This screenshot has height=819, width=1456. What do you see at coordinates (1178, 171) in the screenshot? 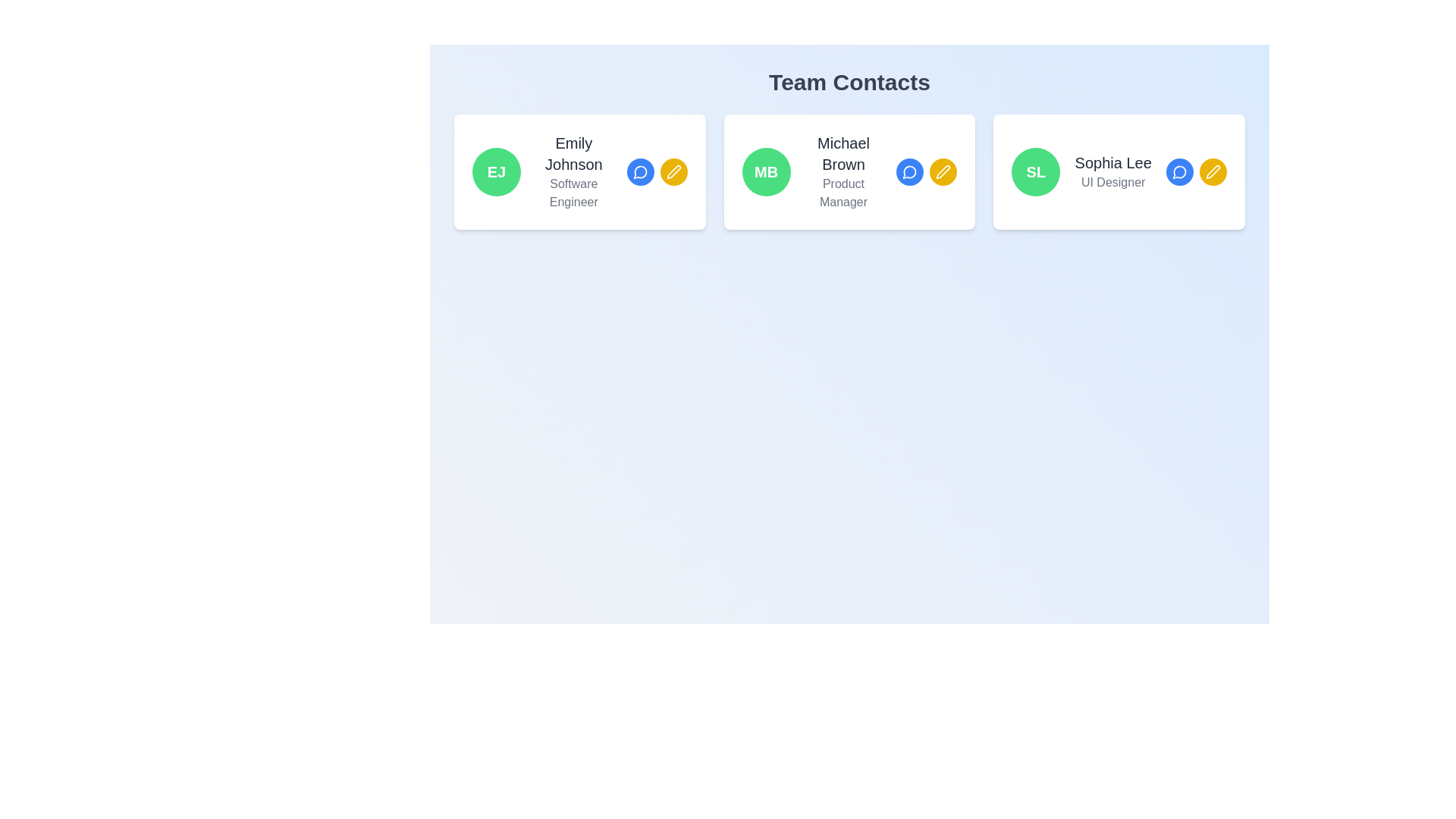
I see `the small circular blue dialog bubble icon located in the top right corner of the card for Sophia Lee` at bounding box center [1178, 171].